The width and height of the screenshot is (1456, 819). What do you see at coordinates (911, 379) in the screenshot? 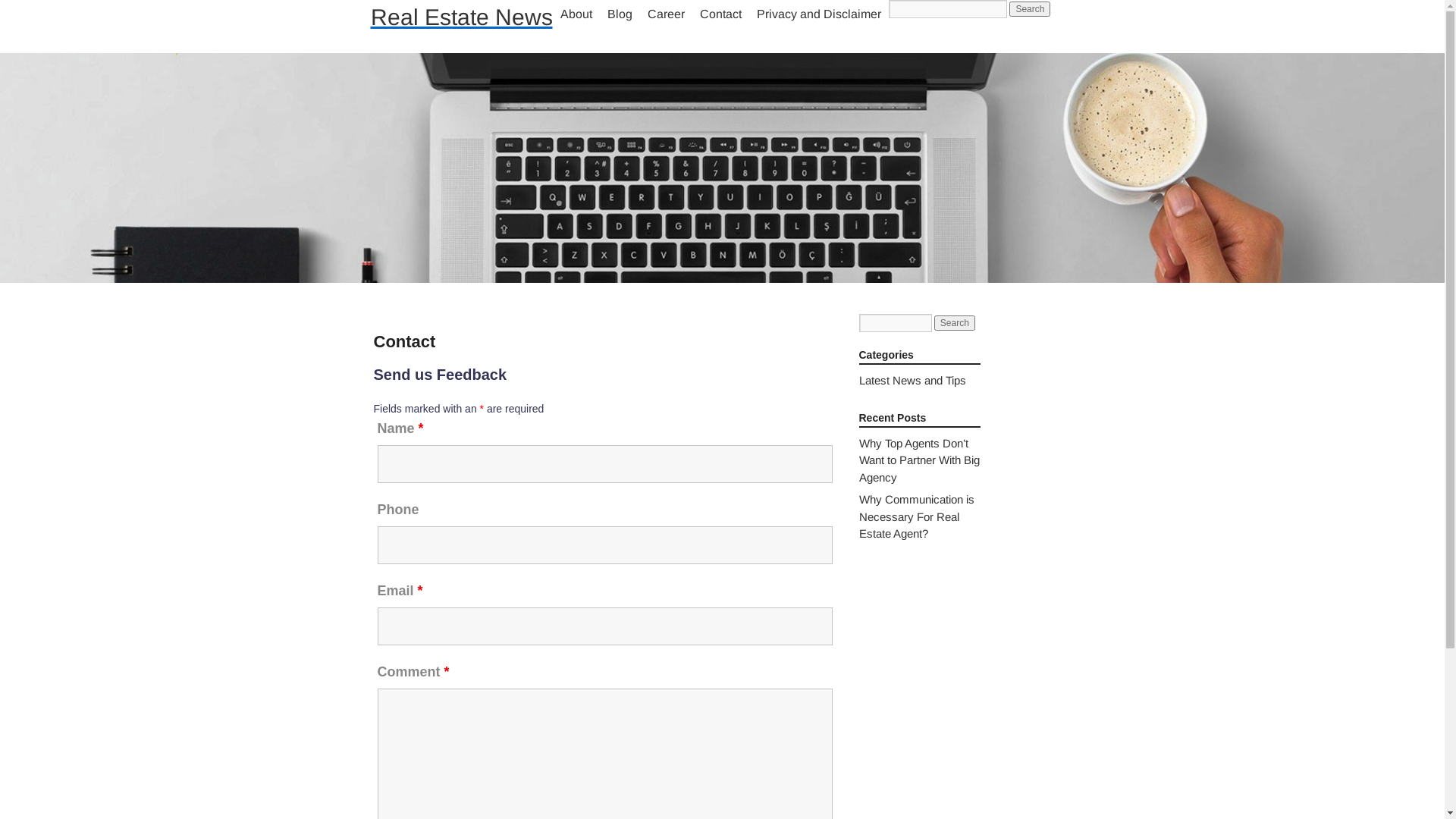
I see `'Latest News and Tips'` at bounding box center [911, 379].